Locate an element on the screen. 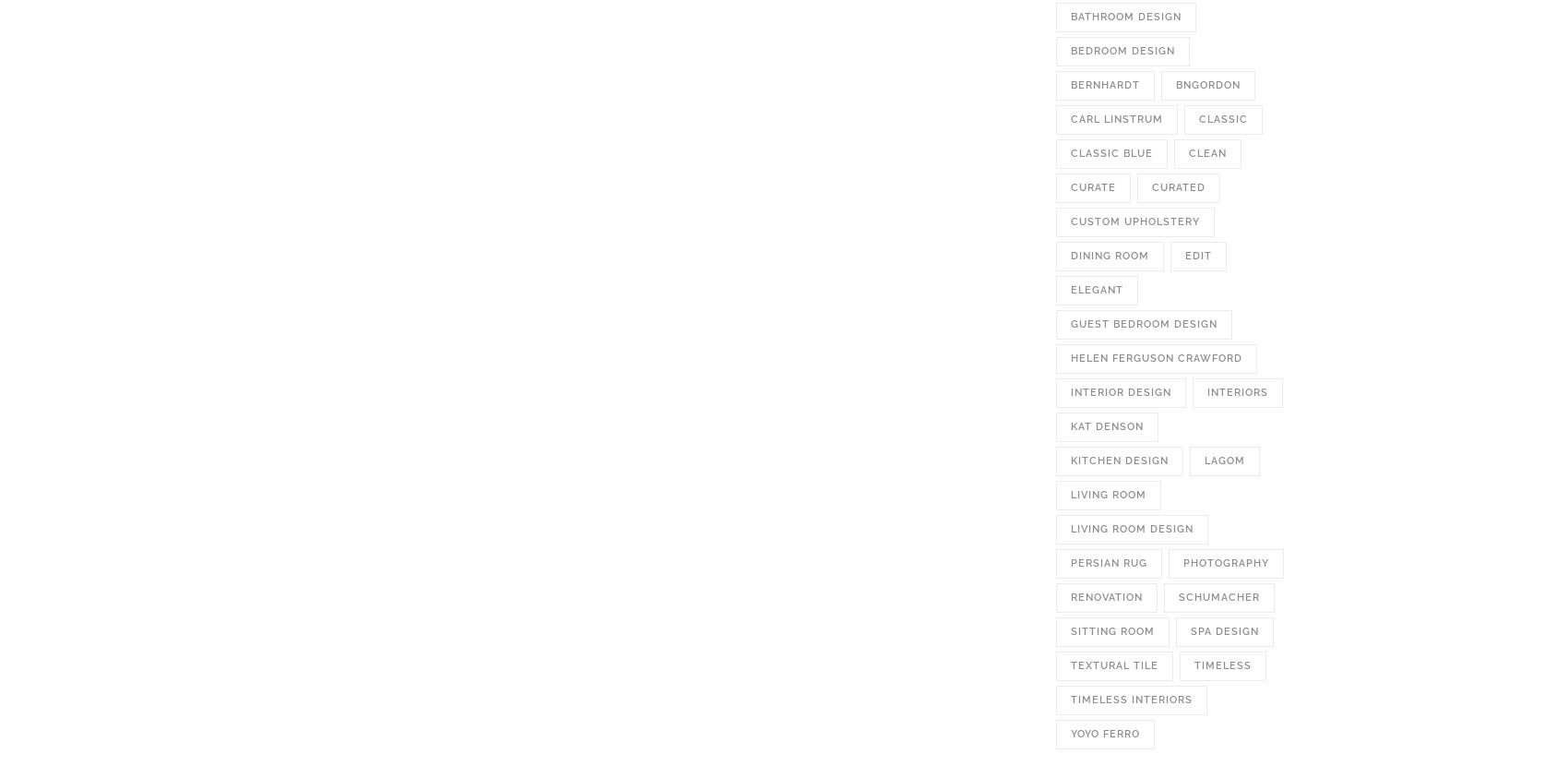 The width and height of the screenshot is (1568, 766). 'kitchen design' is located at coordinates (1118, 461).